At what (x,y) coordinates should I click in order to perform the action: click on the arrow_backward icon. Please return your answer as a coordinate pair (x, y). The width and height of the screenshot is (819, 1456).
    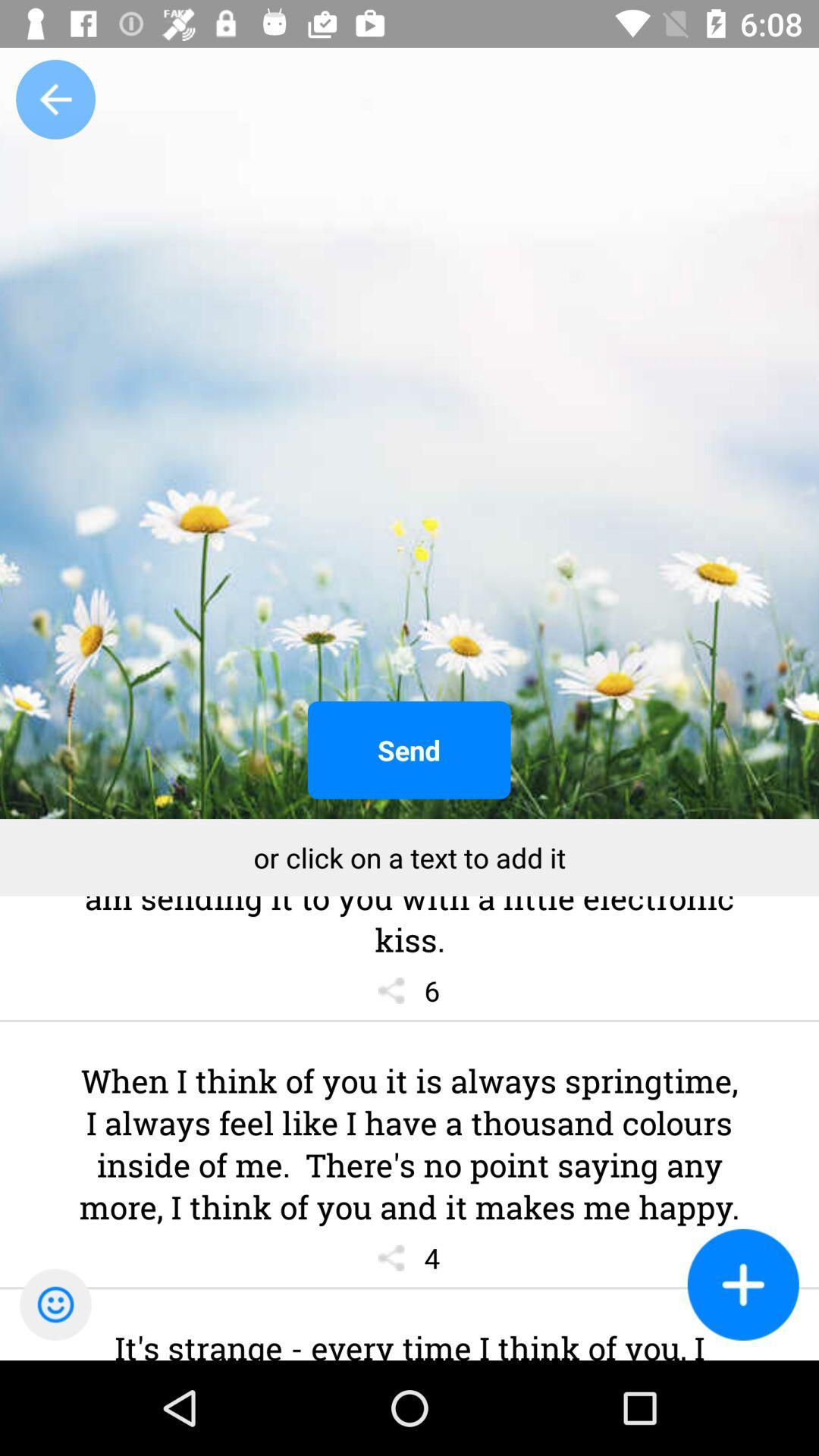
    Looking at the image, I should click on (55, 99).